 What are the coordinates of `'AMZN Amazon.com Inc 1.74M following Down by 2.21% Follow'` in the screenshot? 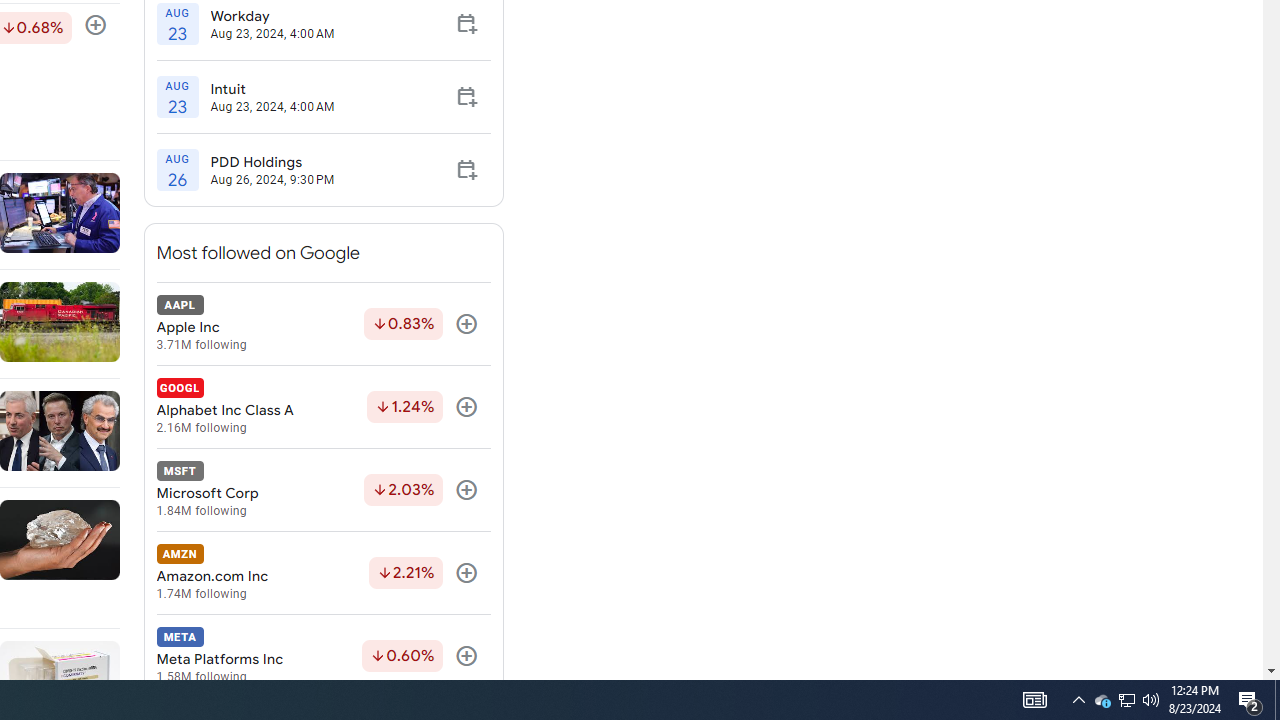 It's located at (323, 573).